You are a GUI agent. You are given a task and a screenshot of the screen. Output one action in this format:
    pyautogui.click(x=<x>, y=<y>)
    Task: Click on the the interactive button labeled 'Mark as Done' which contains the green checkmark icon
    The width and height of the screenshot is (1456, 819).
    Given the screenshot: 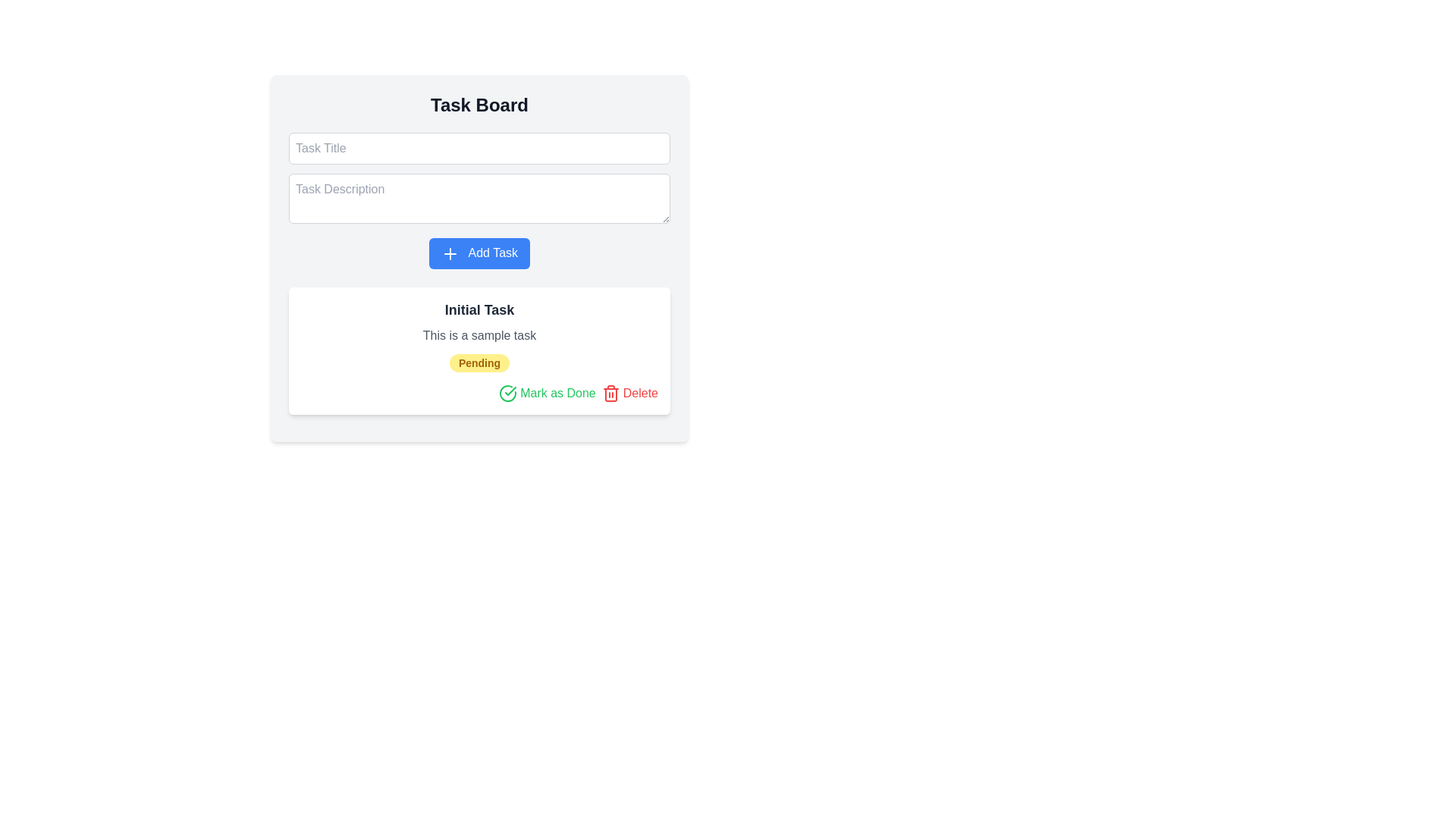 What is the action you would take?
    pyautogui.click(x=510, y=390)
    